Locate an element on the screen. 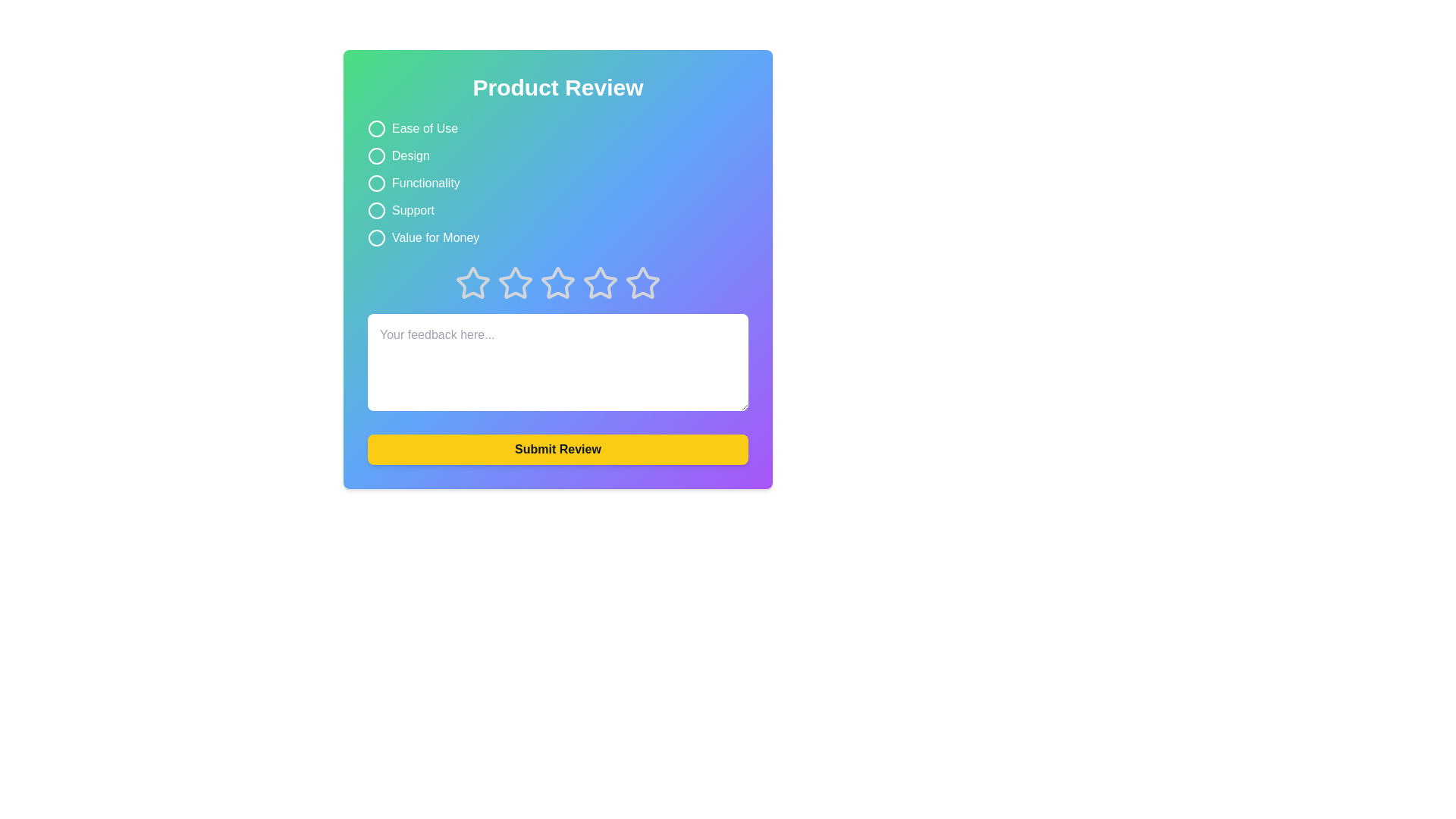 Image resolution: width=1456 pixels, height=819 pixels. the star corresponding to 2 stars to preview the rating is located at coordinates (516, 284).